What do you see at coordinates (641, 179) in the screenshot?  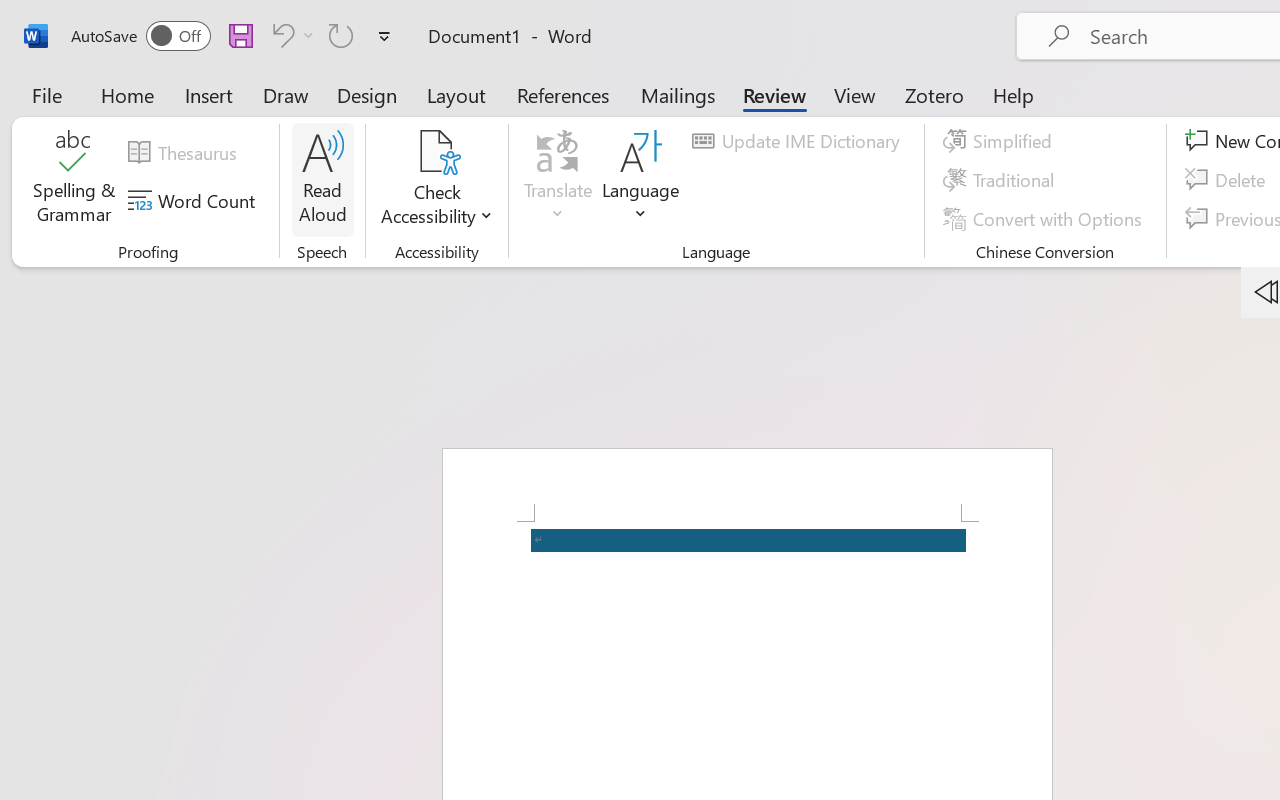 I see `'Language'` at bounding box center [641, 179].